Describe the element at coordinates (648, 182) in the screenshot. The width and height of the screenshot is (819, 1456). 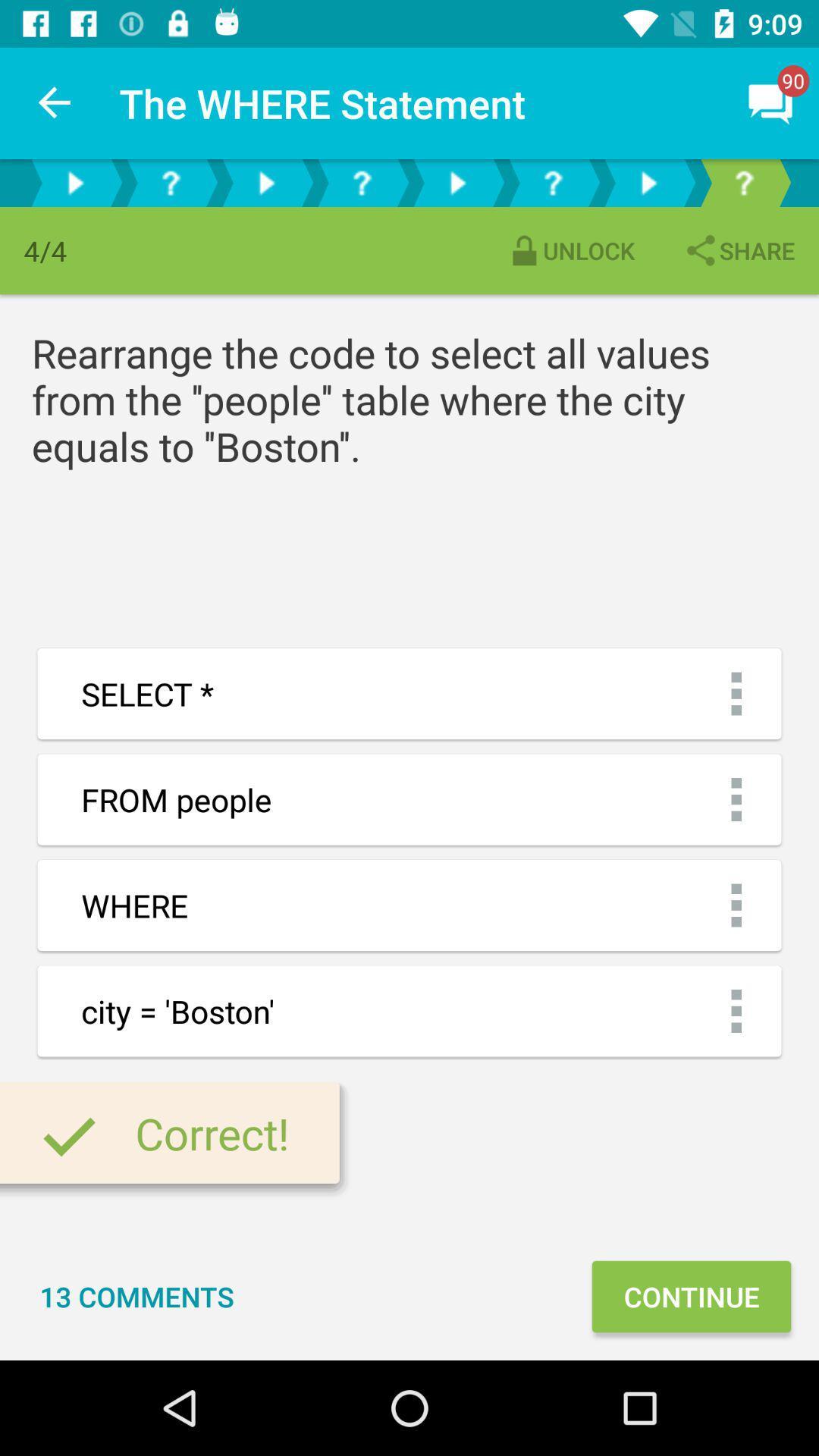
I see `preview next` at that location.